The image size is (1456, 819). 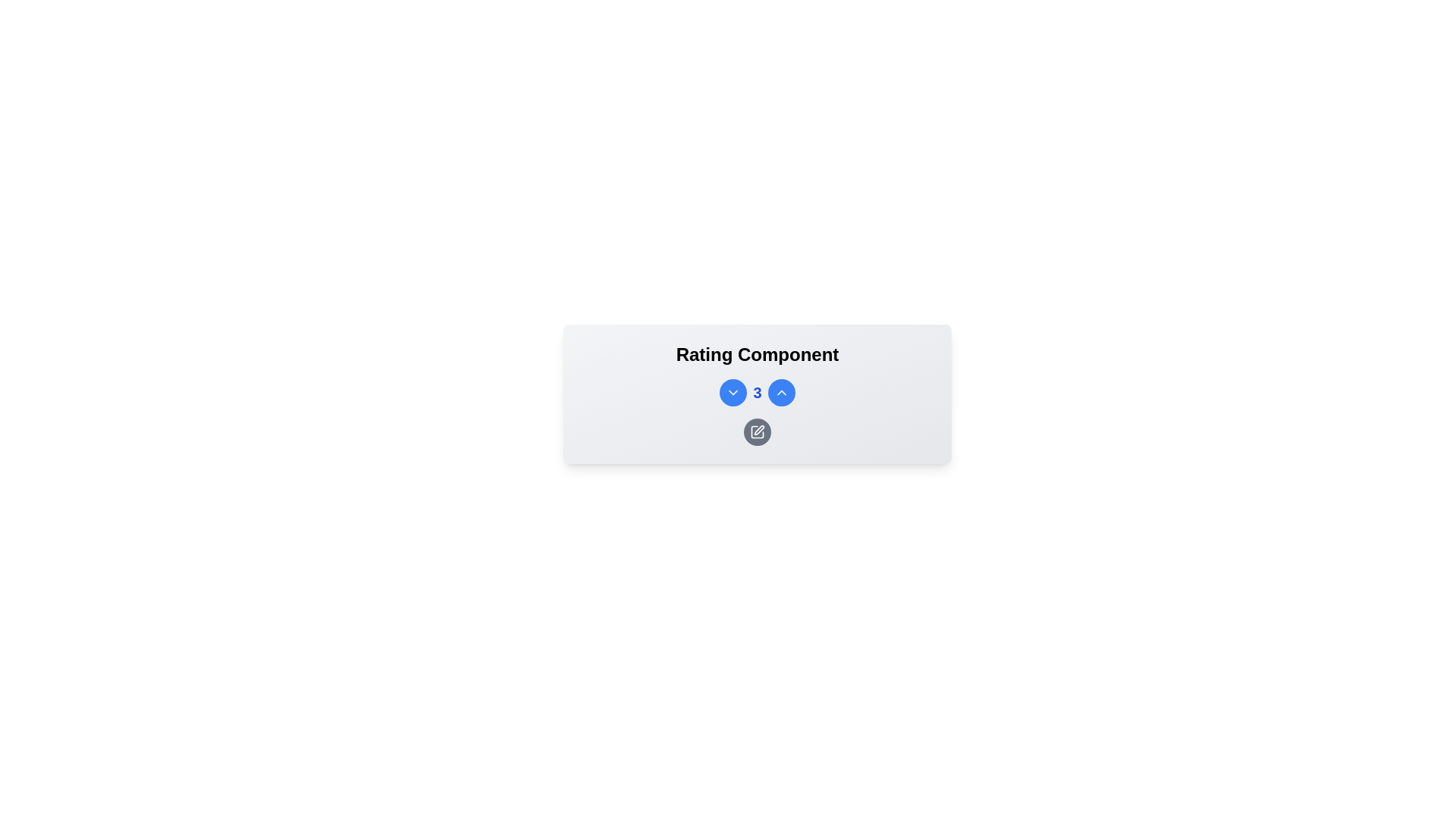 I want to click on the blue, bold digit '3' text display element, which is centrally positioned between the down arrow button and the up arrow button in the UI layout, so click(x=757, y=391).